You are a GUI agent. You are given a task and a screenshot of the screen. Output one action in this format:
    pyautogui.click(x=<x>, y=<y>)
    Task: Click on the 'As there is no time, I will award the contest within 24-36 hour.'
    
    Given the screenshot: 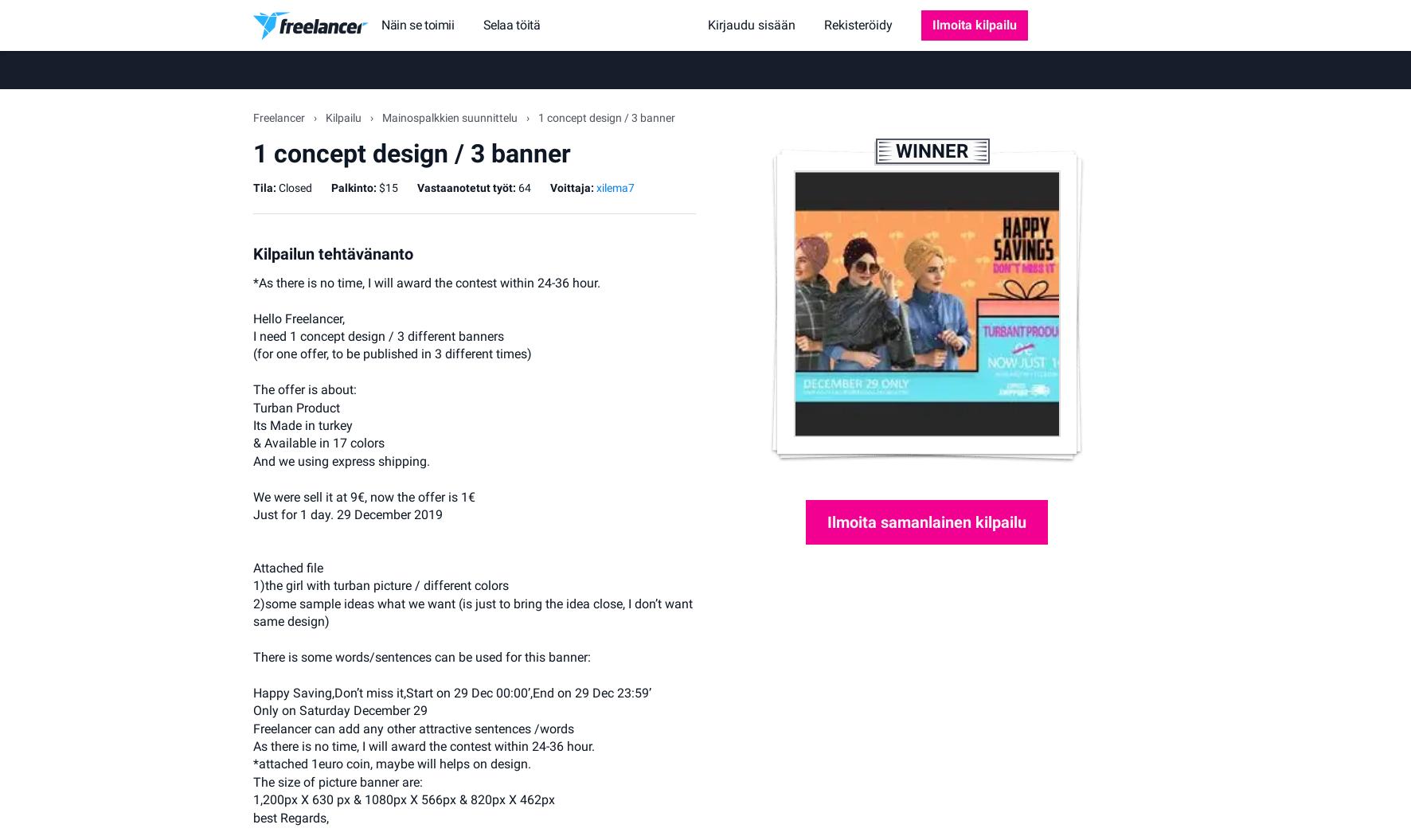 What is the action you would take?
    pyautogui.click(x=423, y=745)
    